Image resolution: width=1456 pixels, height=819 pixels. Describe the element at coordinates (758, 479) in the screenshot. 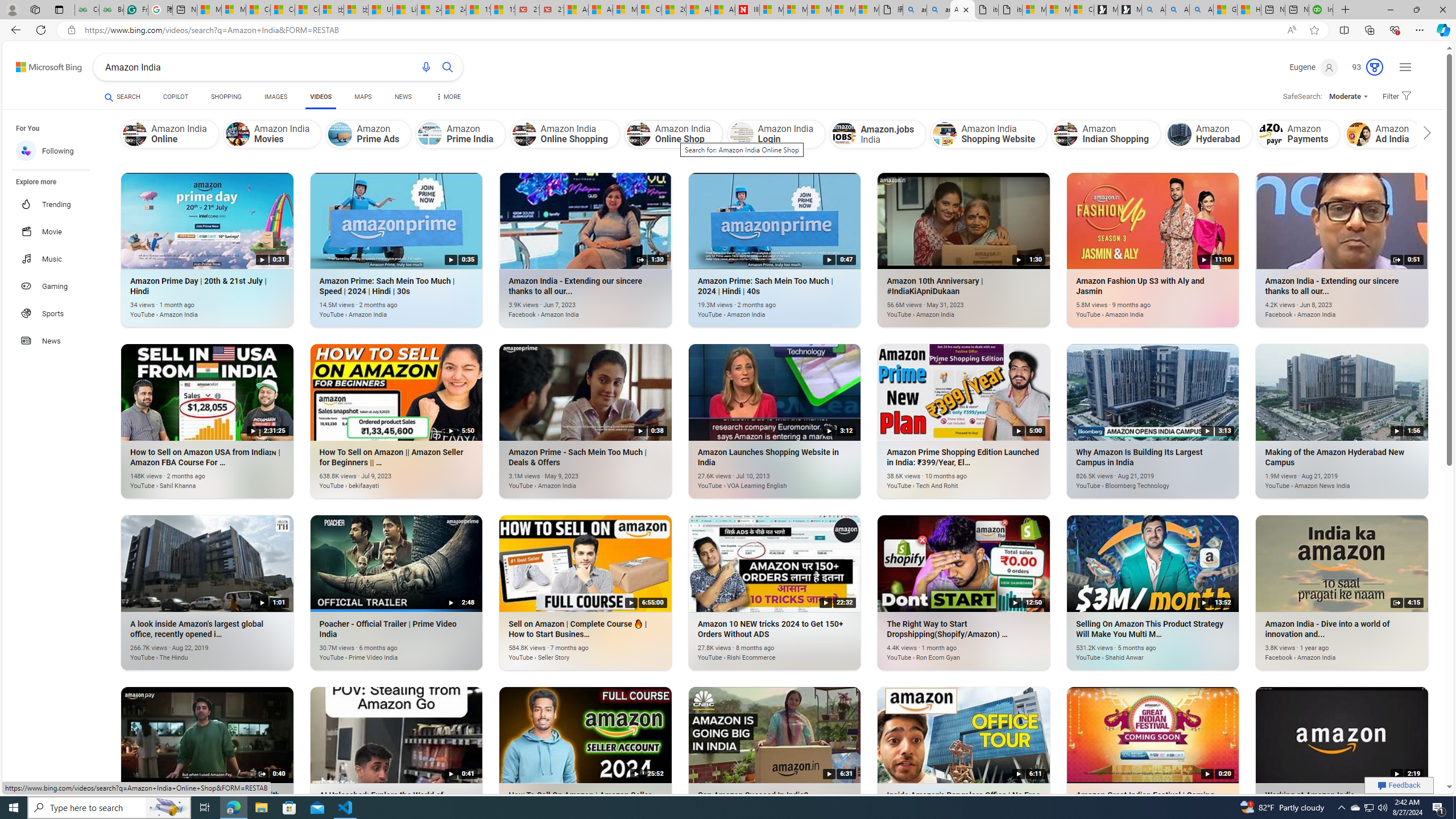

I see `'Amazon Launches Shopping Website in India'` at that location.